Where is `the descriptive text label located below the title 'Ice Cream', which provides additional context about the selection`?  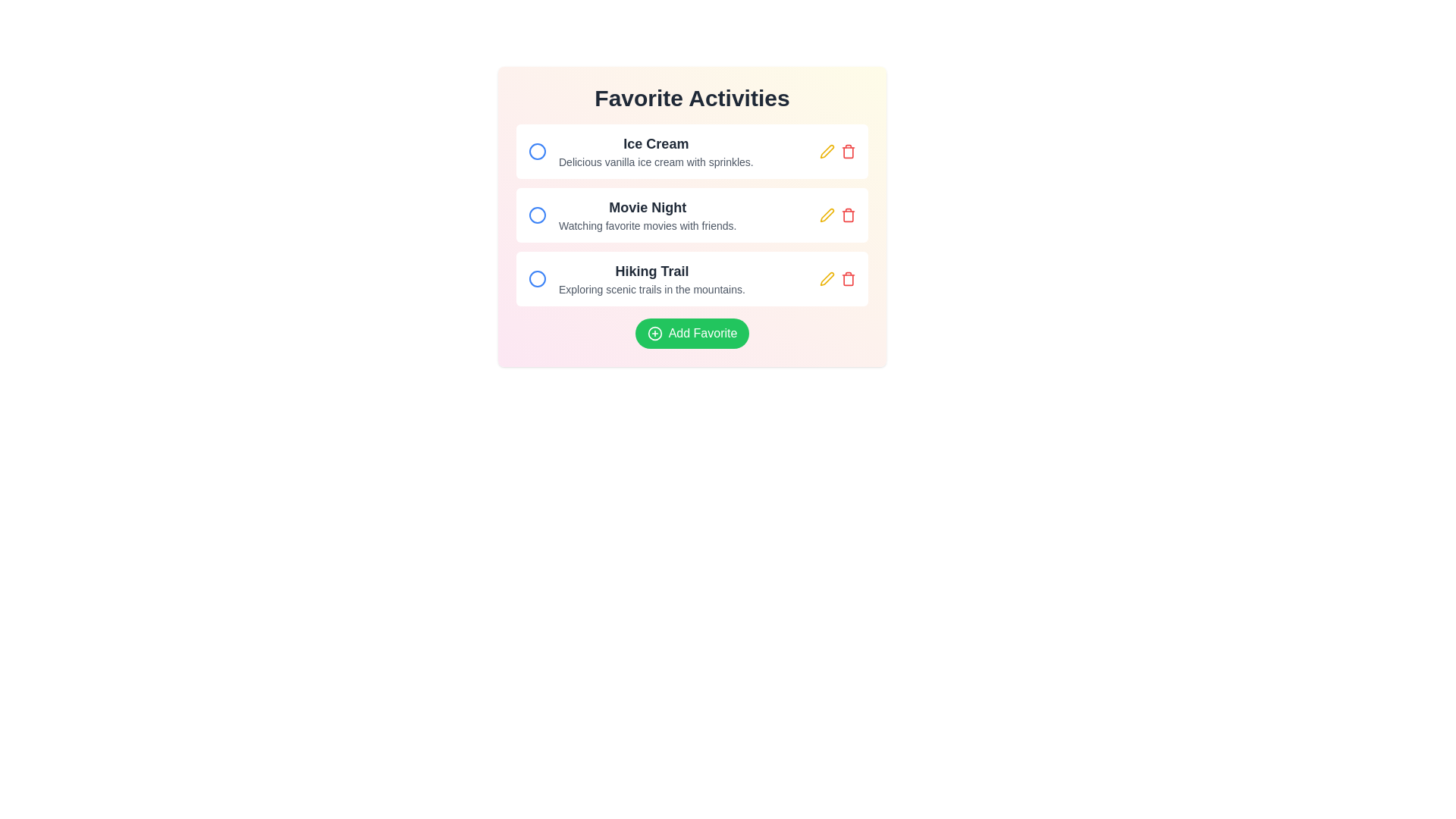
the descriptive text label located below the title 'Ice Cream', which provides additional context about the selection is located at coordinates (656, 162).